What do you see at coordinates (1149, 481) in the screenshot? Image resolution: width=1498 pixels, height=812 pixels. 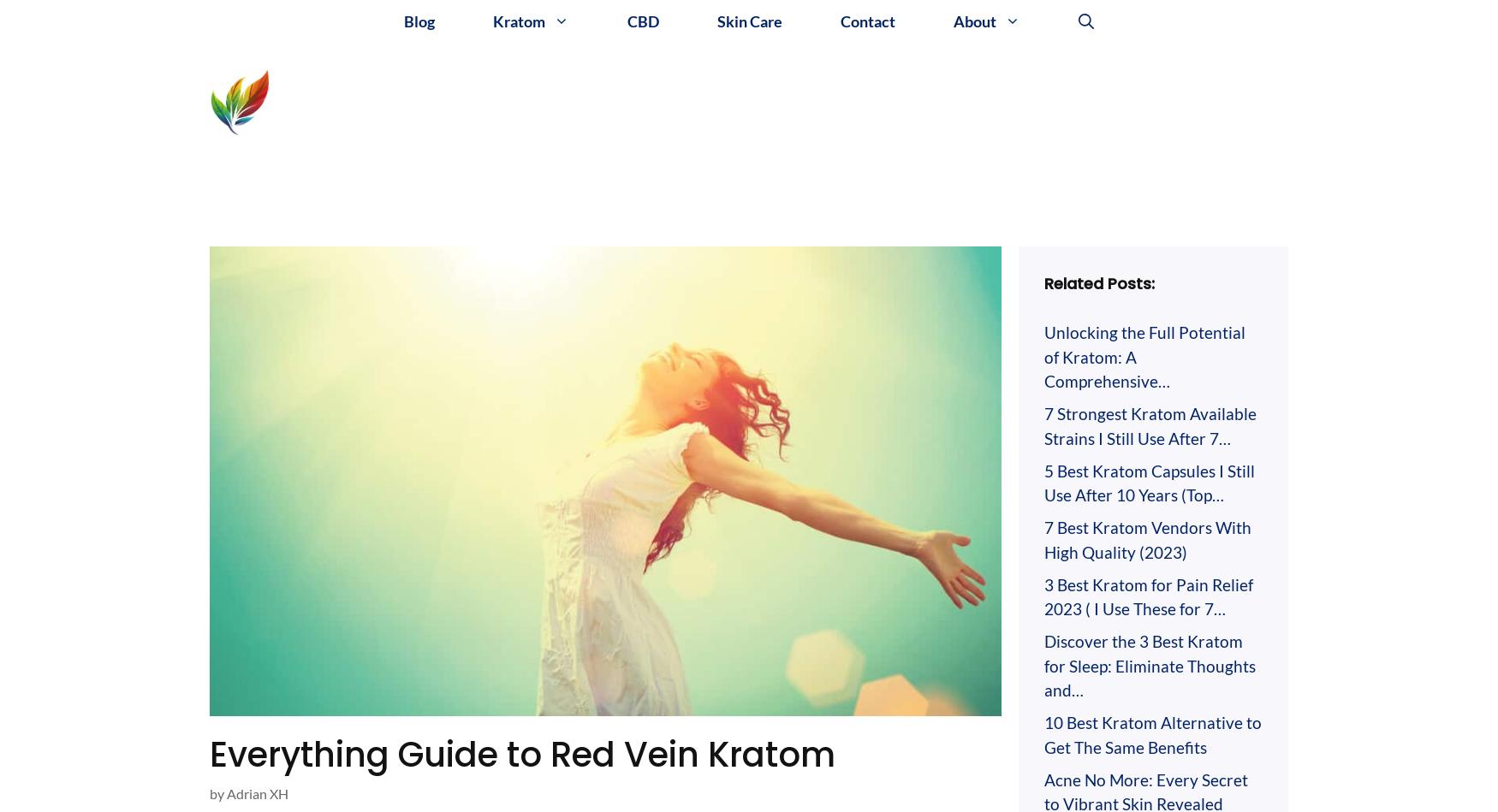 I see `'5 Best Kratom Capsules I Still Use After 10 Years (Top…'` at bounding box center [1149, 481].